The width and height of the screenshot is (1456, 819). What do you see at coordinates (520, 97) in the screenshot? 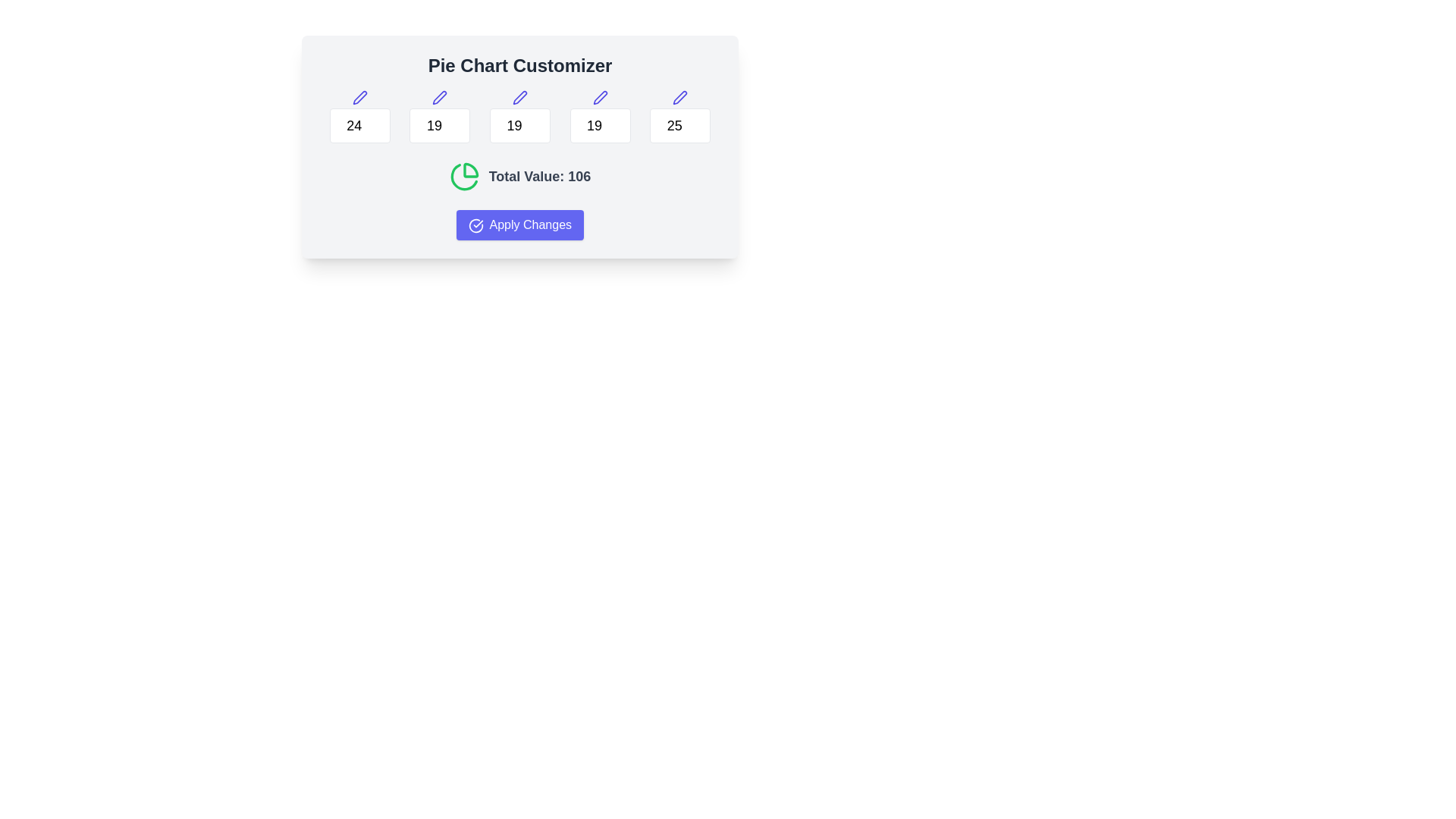
I see `the first indigo pen icon representing an editable action located above the numeric input fields` at bounding box center [520, 97].